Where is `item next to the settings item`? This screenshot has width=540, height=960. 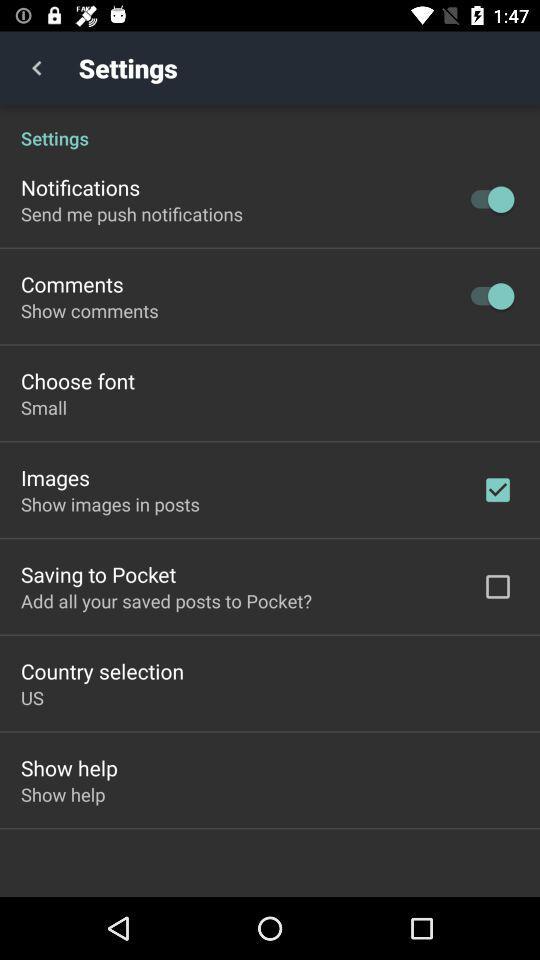
item next to the settings item is located at coordinates (36, 68).